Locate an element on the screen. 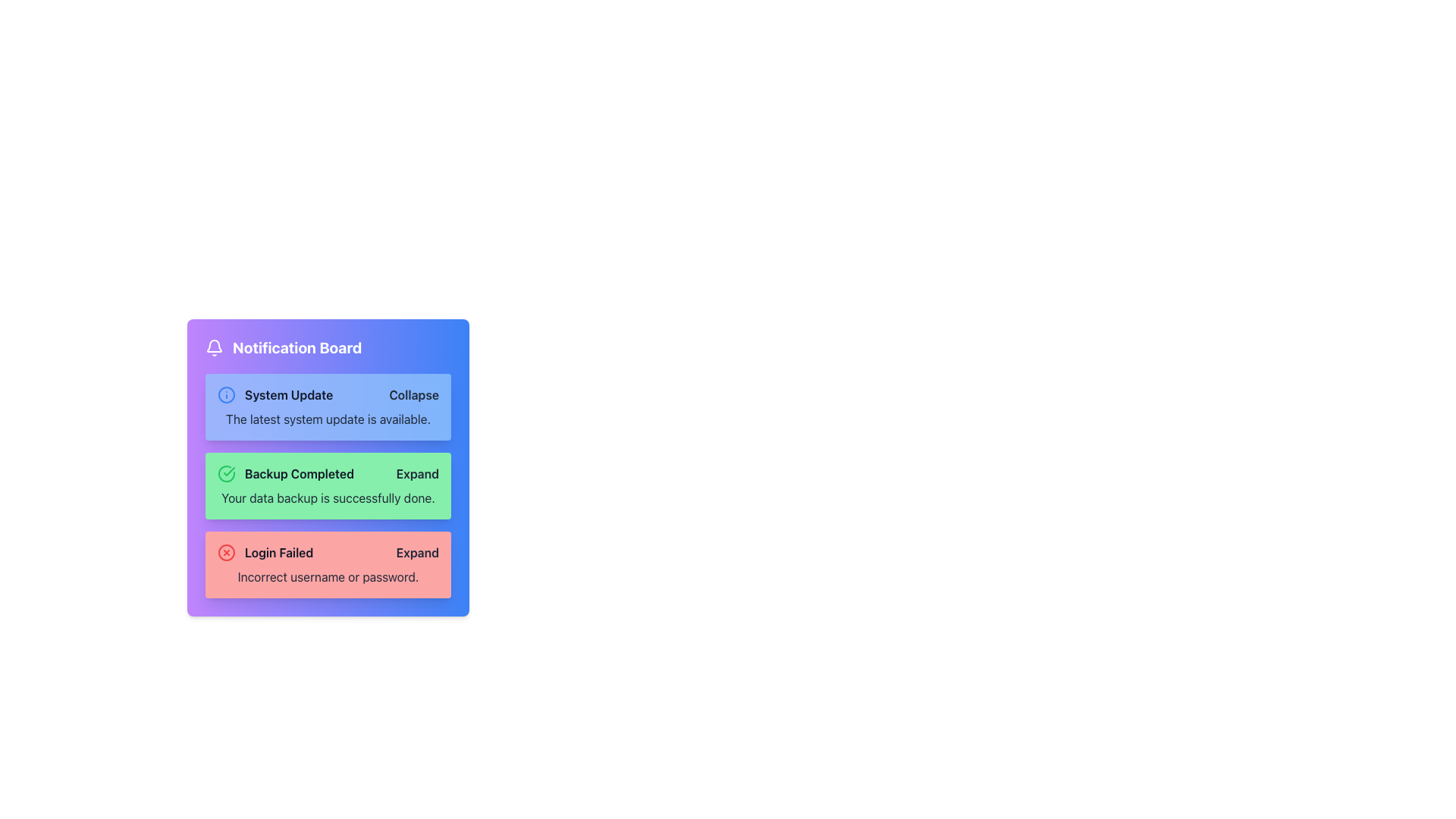 This screenshot has height=819, width=1456. bold-text title 'Notification Board' in white font, which serves as the header for the notification section is located at coordinates (297, 348).